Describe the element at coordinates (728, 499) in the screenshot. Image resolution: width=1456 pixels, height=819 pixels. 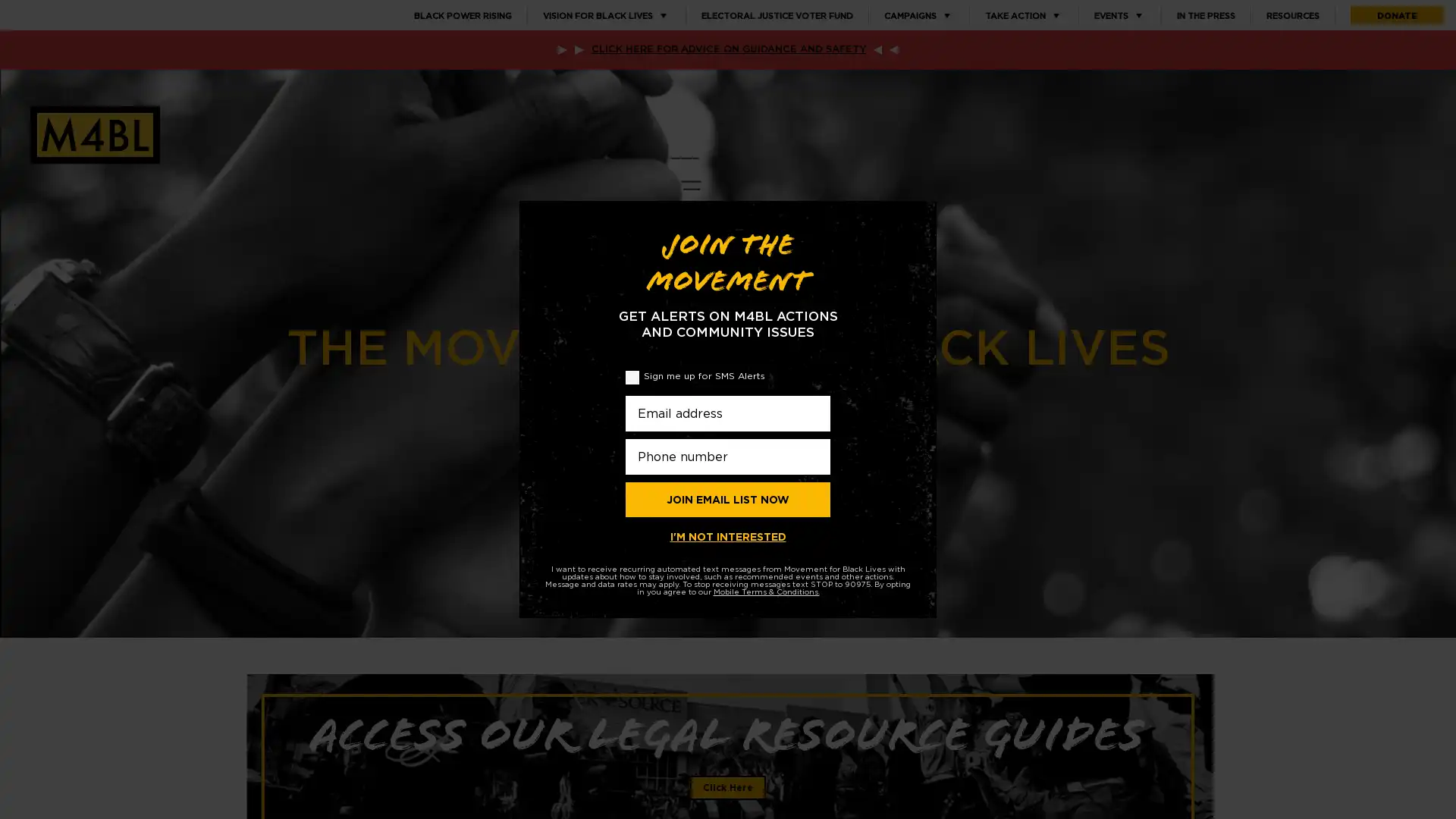
I see `JOIN EMAIL LIST NOW` at that location.